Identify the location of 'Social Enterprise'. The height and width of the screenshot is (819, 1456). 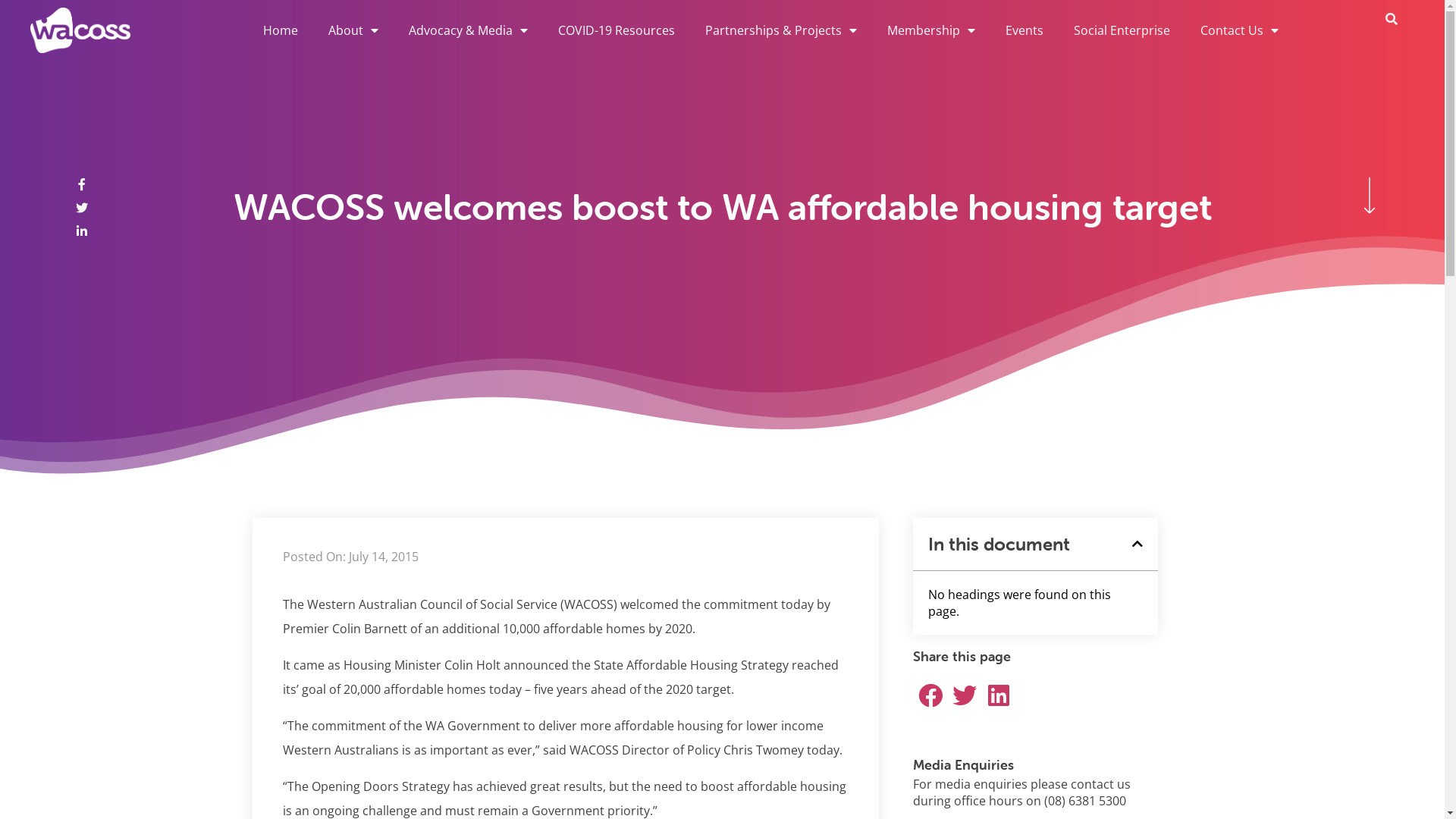
(1058, 30).